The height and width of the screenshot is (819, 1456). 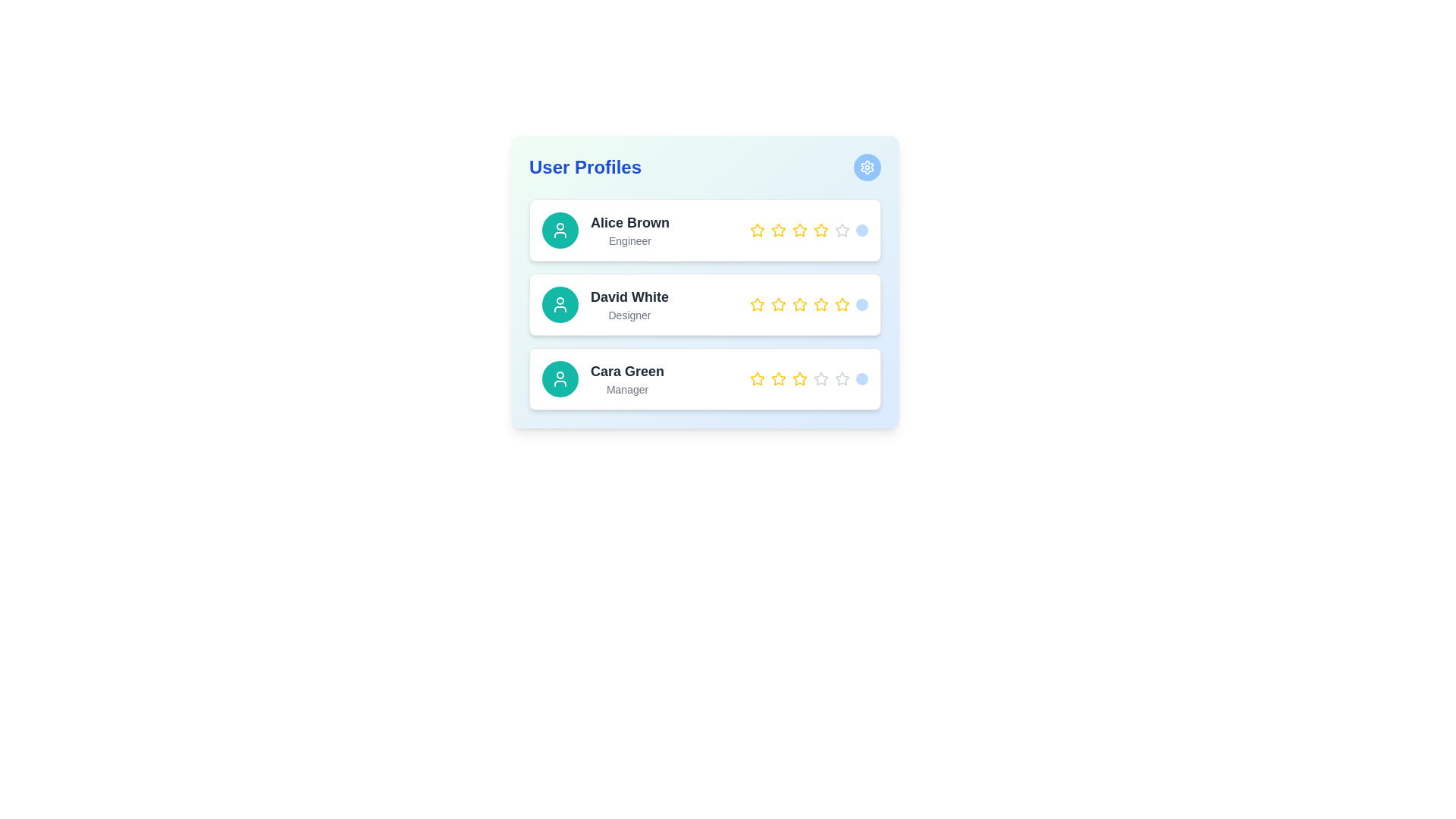 What do you see at coordinates (560, 304) in the screenshot?
I see `the circular icon with a teal background and a white user profile symbol associated with the profile of 'David White' in the user profiles list` at bounding box center [560, 304].